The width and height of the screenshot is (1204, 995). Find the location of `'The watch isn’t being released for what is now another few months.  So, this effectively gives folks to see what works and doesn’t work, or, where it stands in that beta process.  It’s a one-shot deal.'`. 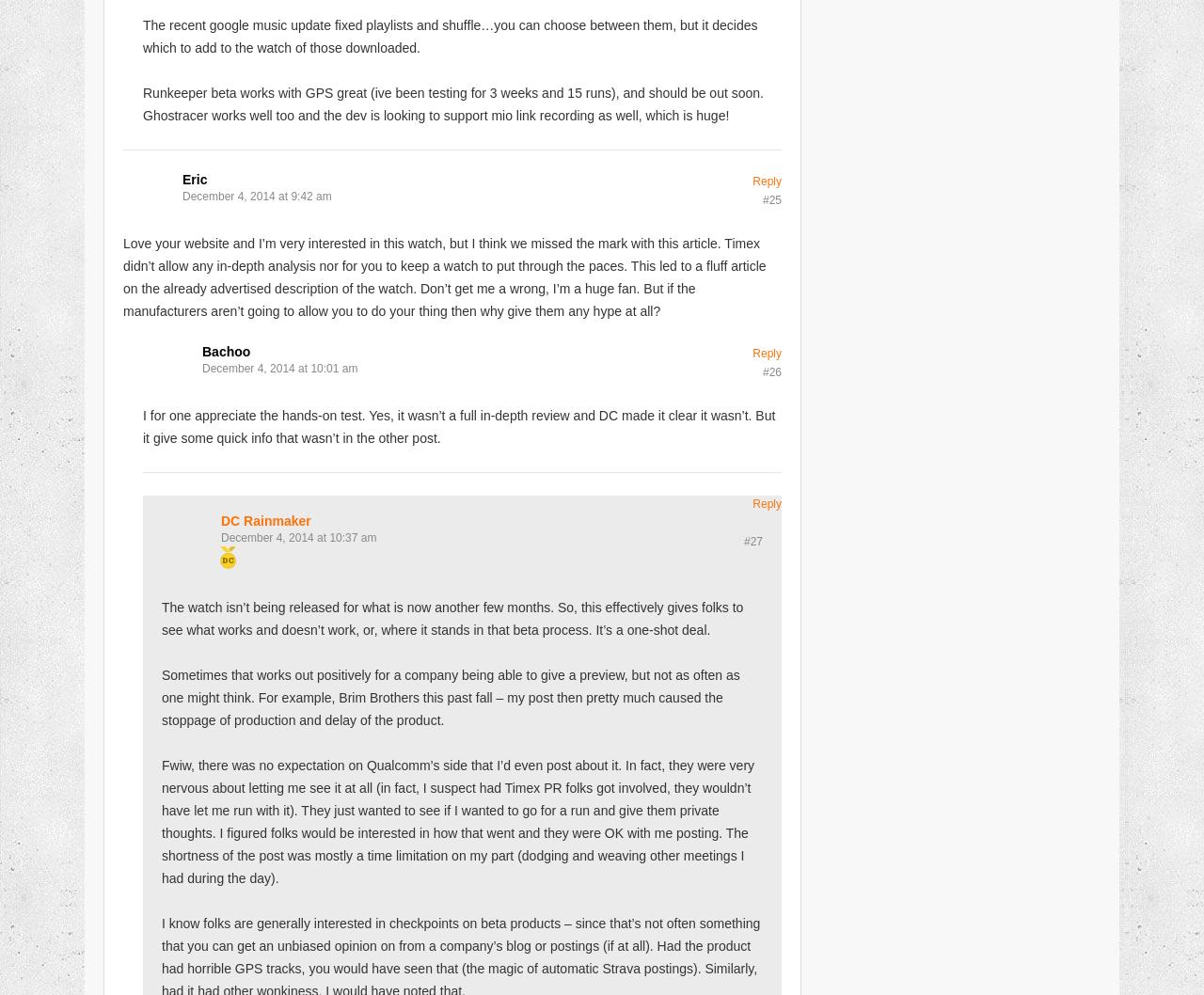

'The watch isn’t being released for what is now another few months.  So, this effectively gives folks to see what works and doesn’t work, or, where it stands in that beta process.  It’s a one-shot deal.' is located at coordinates (452, 617).